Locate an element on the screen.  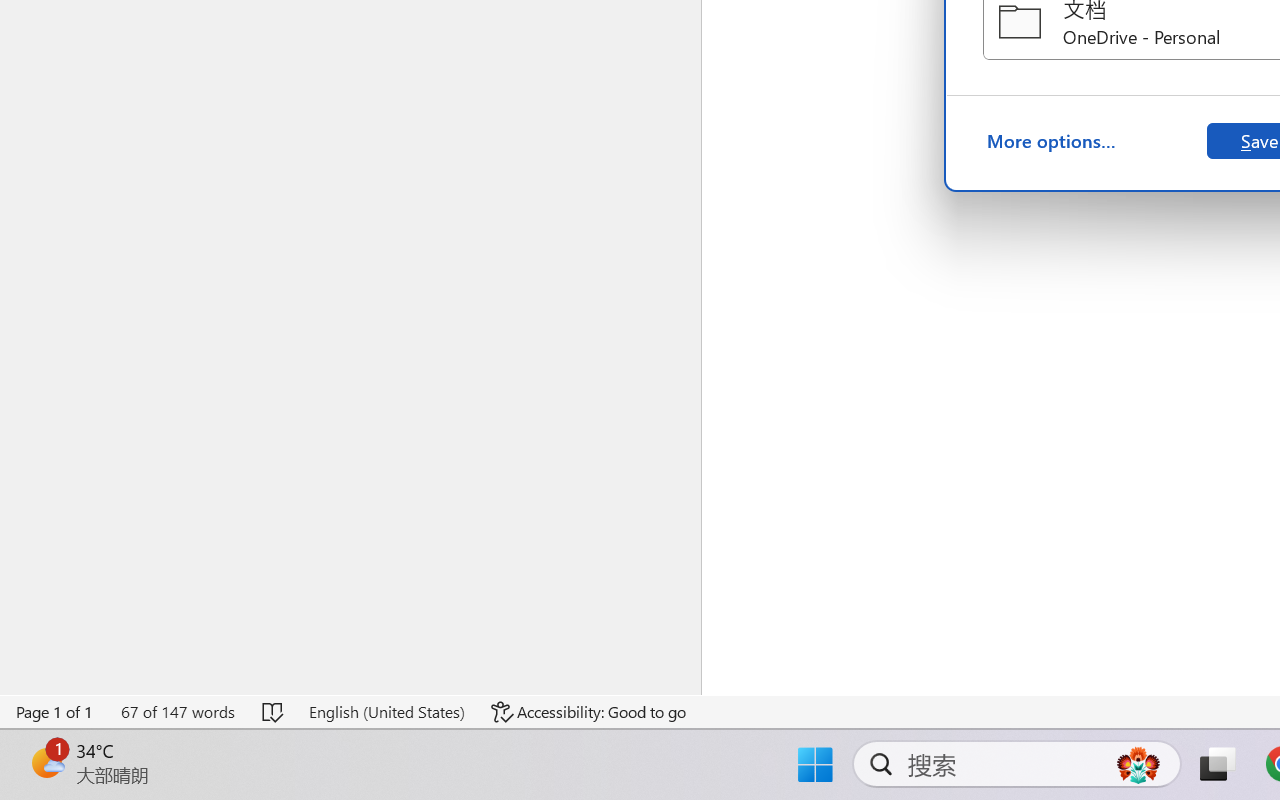
'Page Number Page 1 of 1' is located at coordinates (55, 711).